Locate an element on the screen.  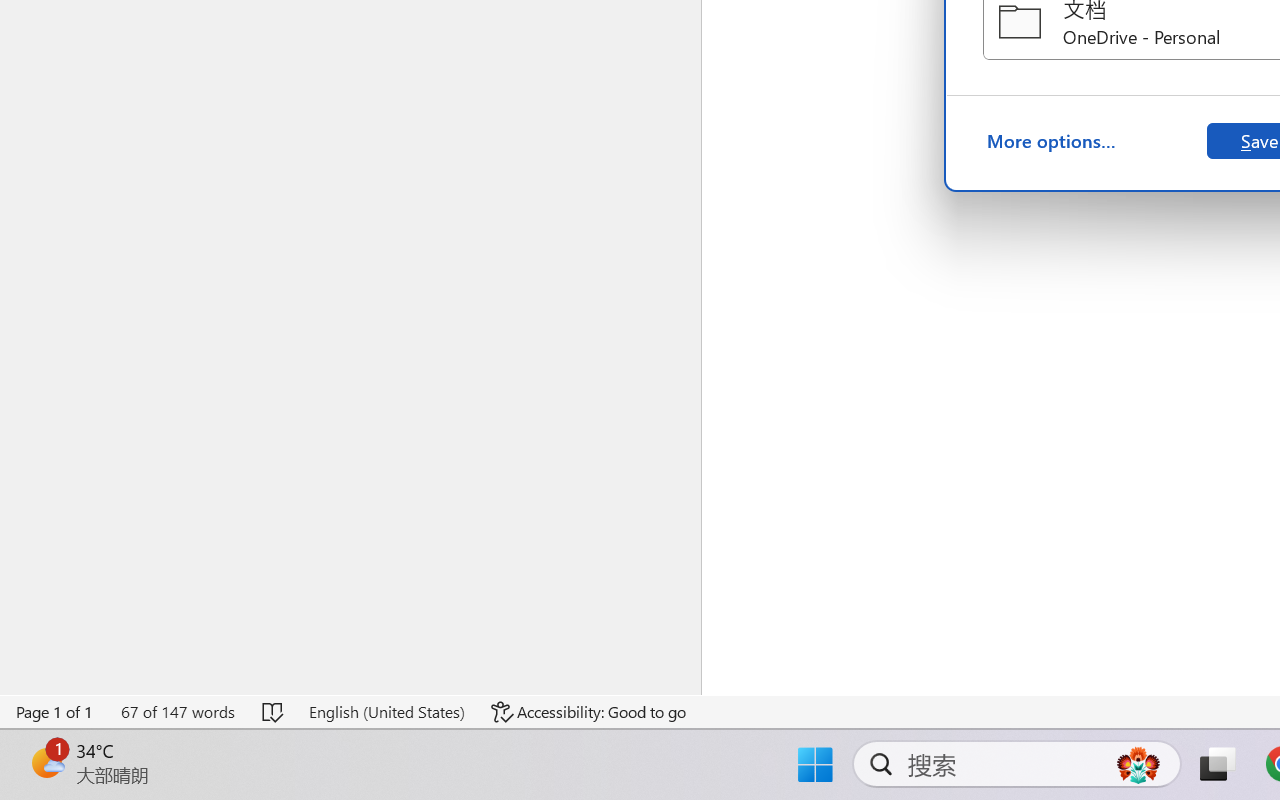
'Page Number Page 1 of 1' is located at coordinates (55, 711).